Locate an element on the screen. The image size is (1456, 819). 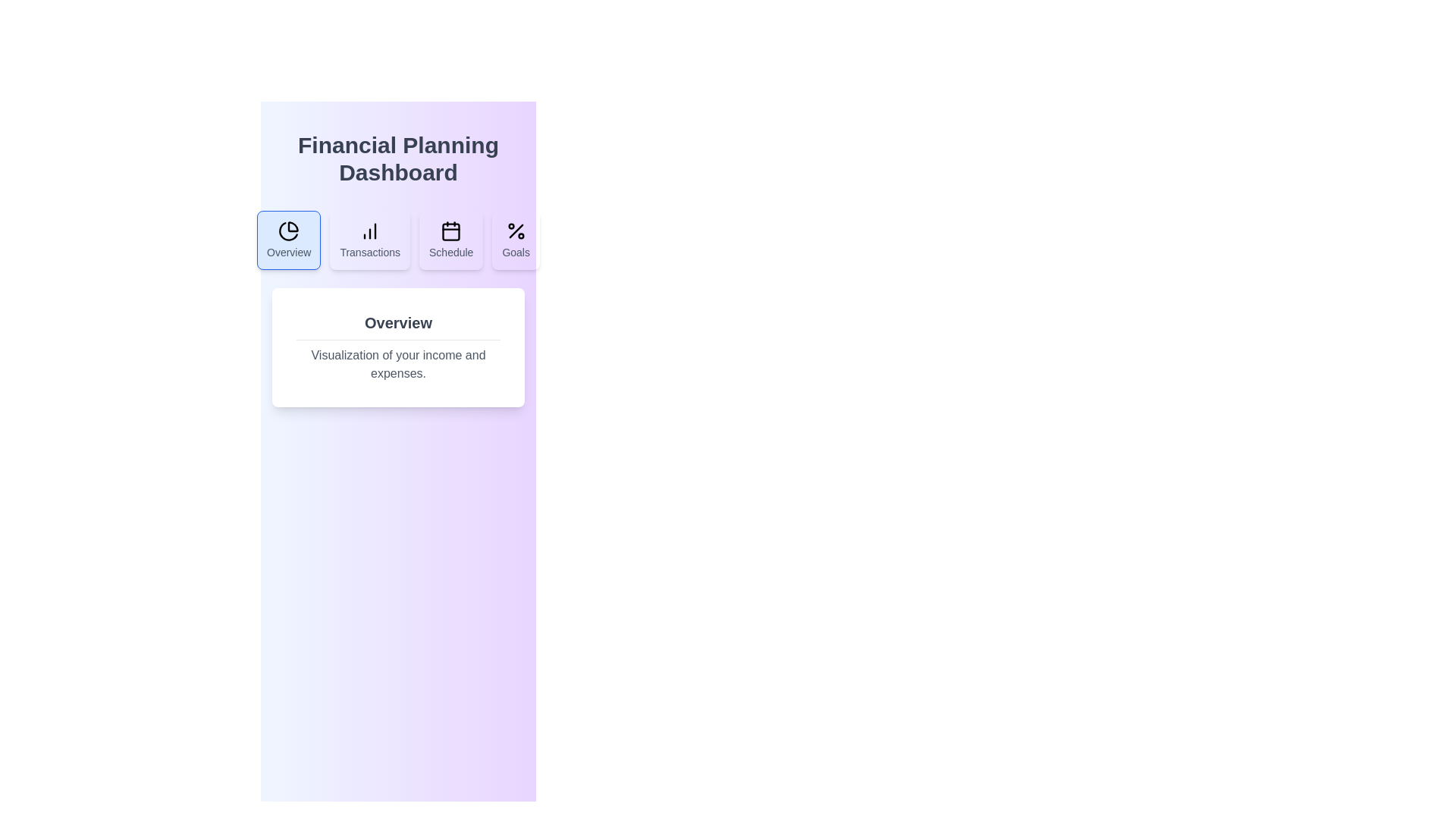
the Static Text Header that indicates the title or topic of the content below, located at the top of a content card within a larger white rectangular box is located at coordinates (398, 325).